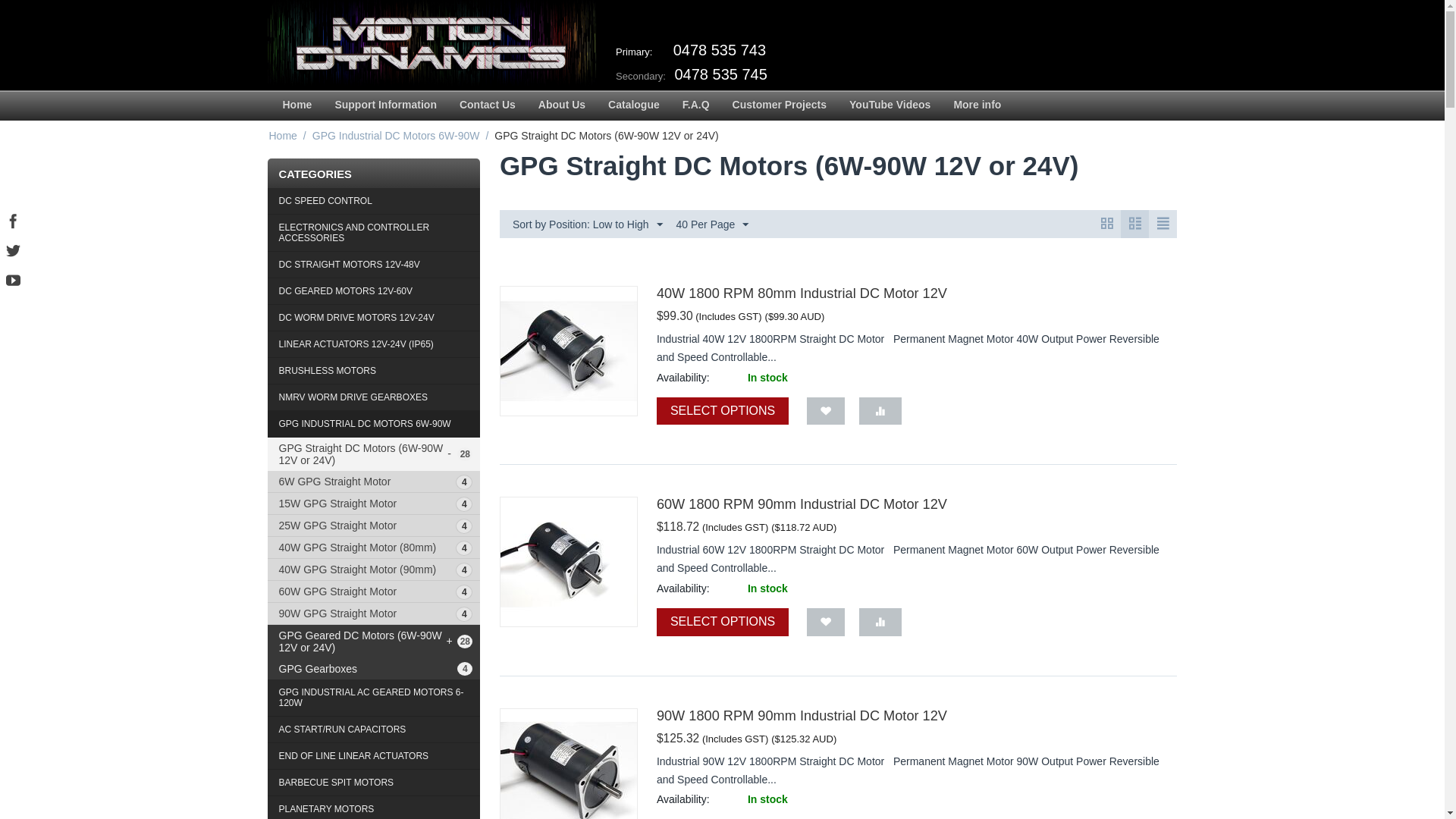 Image resolution: width=1456 pixels, height=819 pixels. I want to click on 'GPG INDUSTRIAL DC MOTORS 6W-90W', so click(373, 424).